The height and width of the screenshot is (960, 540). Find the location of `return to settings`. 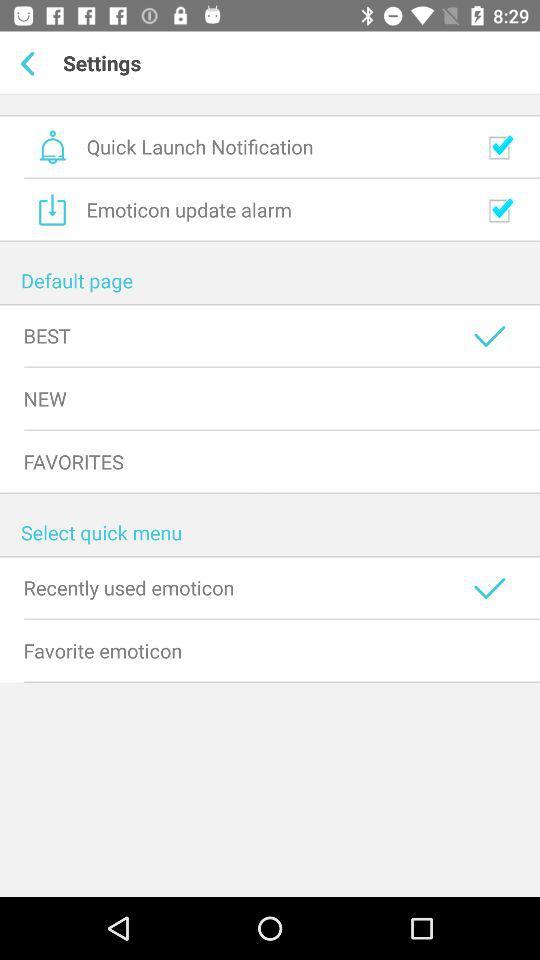

return to settings is located at coordinates (30, 63).